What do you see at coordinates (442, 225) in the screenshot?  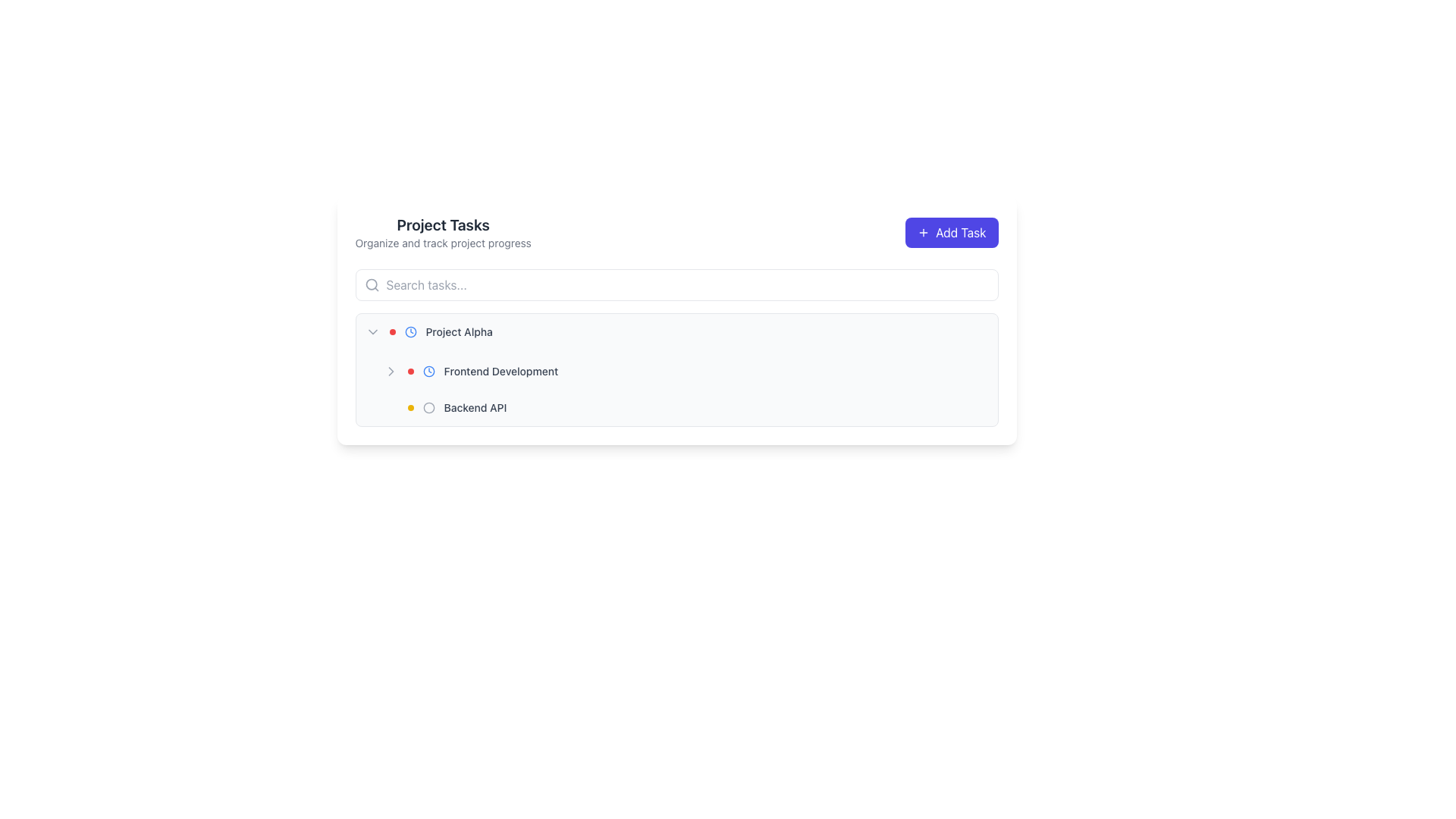 I see `the header Text Label that provides the title for the section managing project tasks, located above the text 'Organize and track project progress'` at bounding box center [442, 225].